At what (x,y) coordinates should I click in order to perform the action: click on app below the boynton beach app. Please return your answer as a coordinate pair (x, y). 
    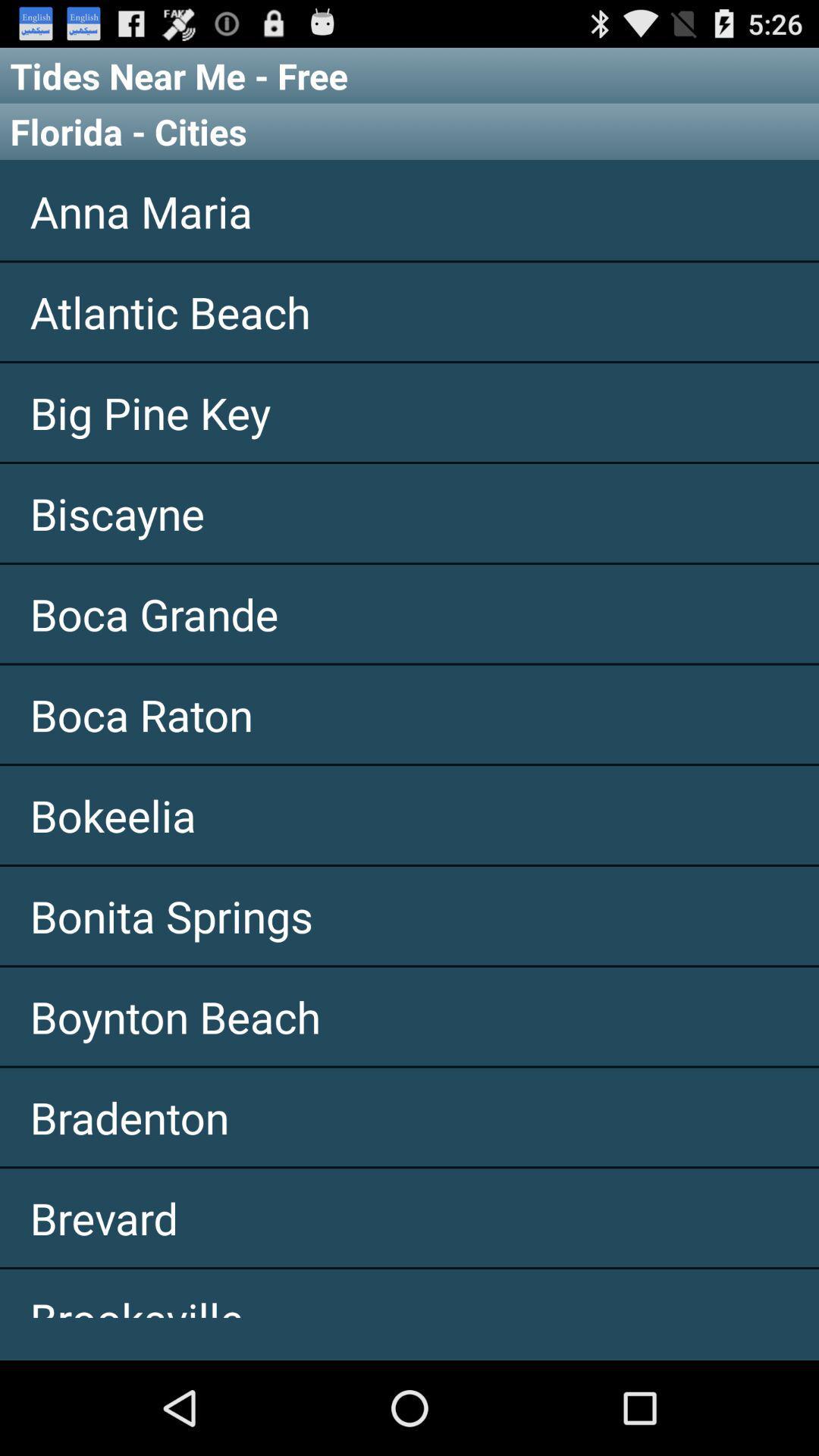
    Looking at the image, I should click on (409, 1117).